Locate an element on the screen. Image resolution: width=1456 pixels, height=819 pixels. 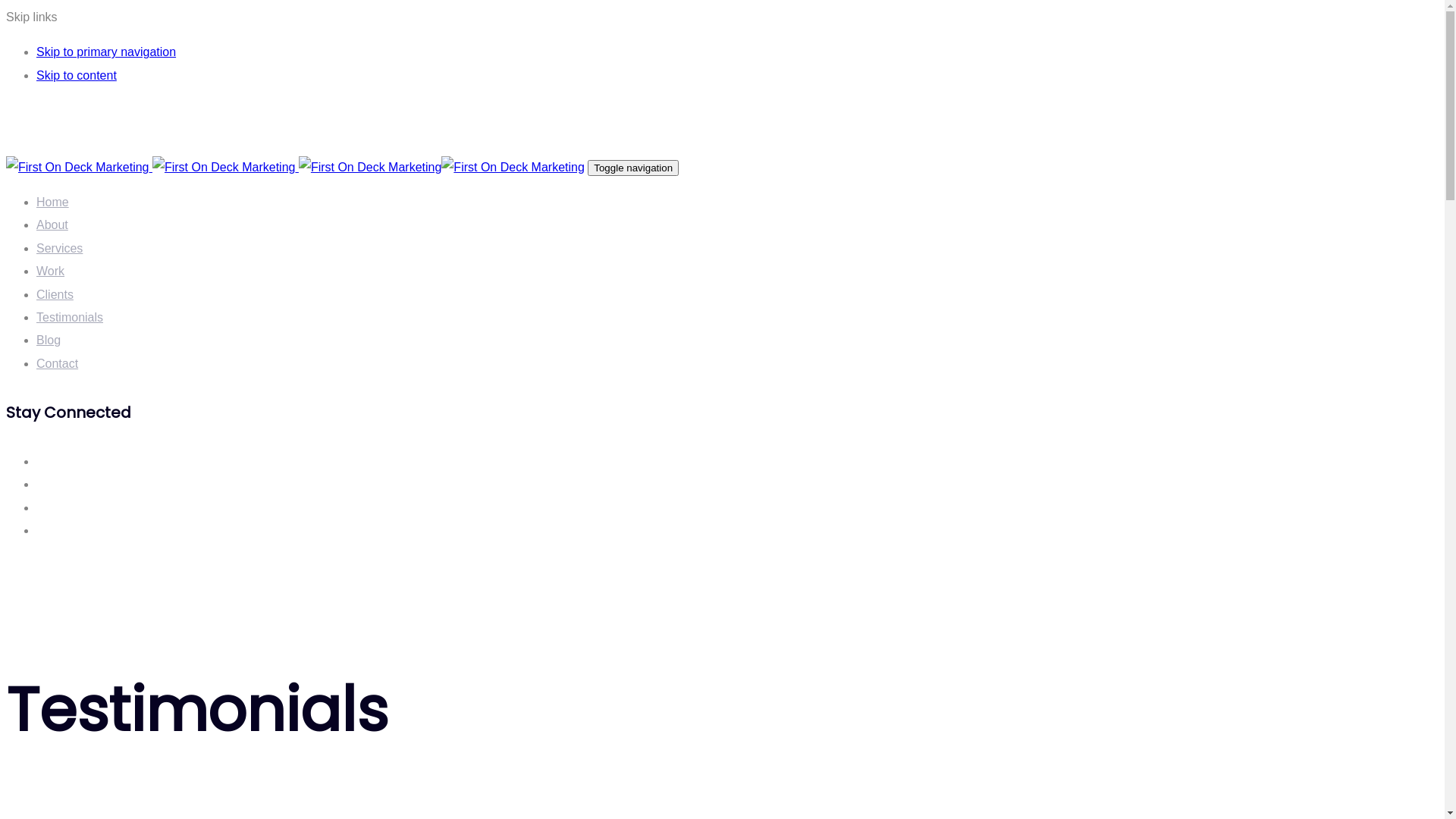
'About' is located at coordinates (52, 224).